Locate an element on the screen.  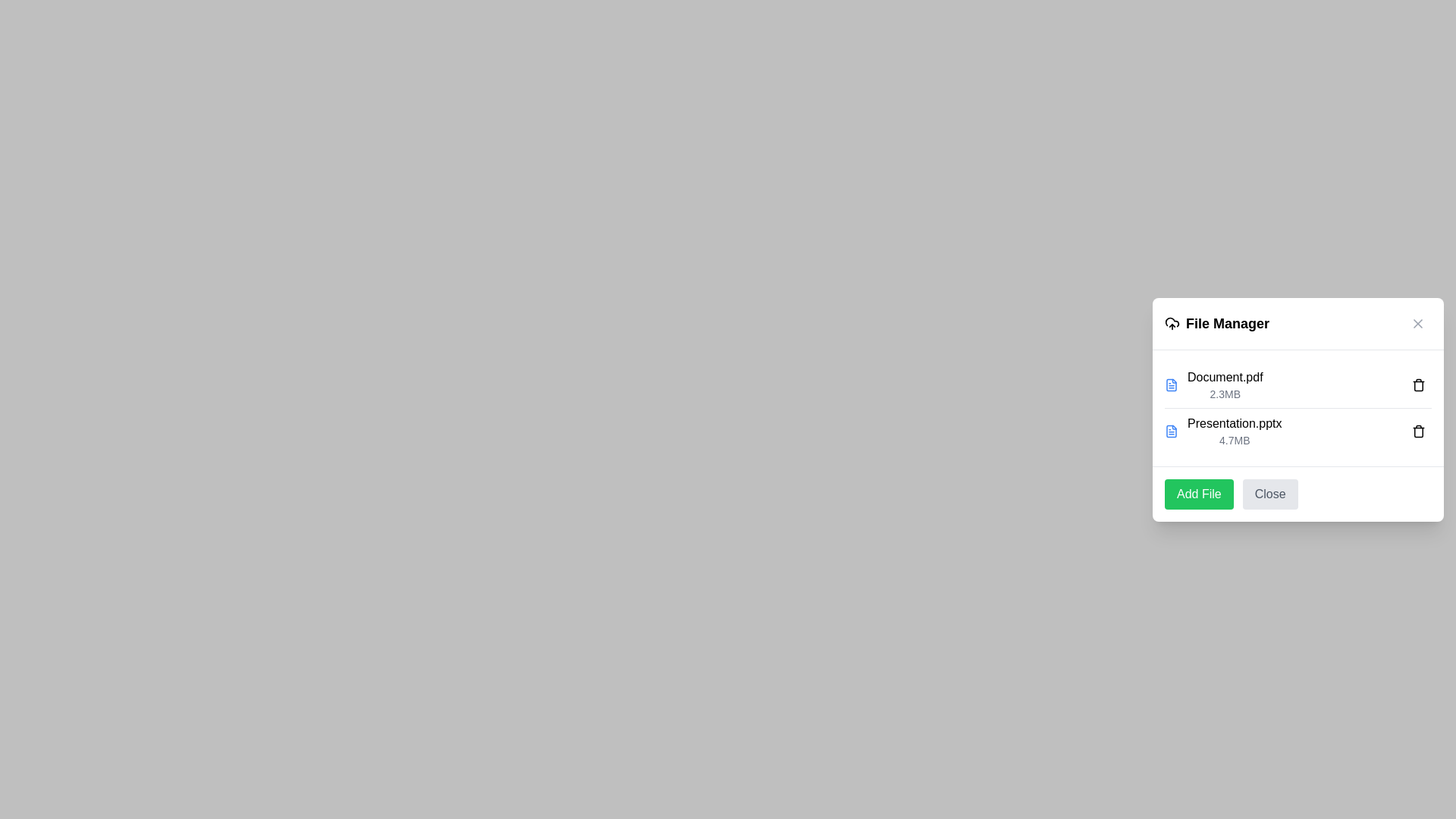
the first file entry in the file manager interface is located at coordinates (1213, 384).